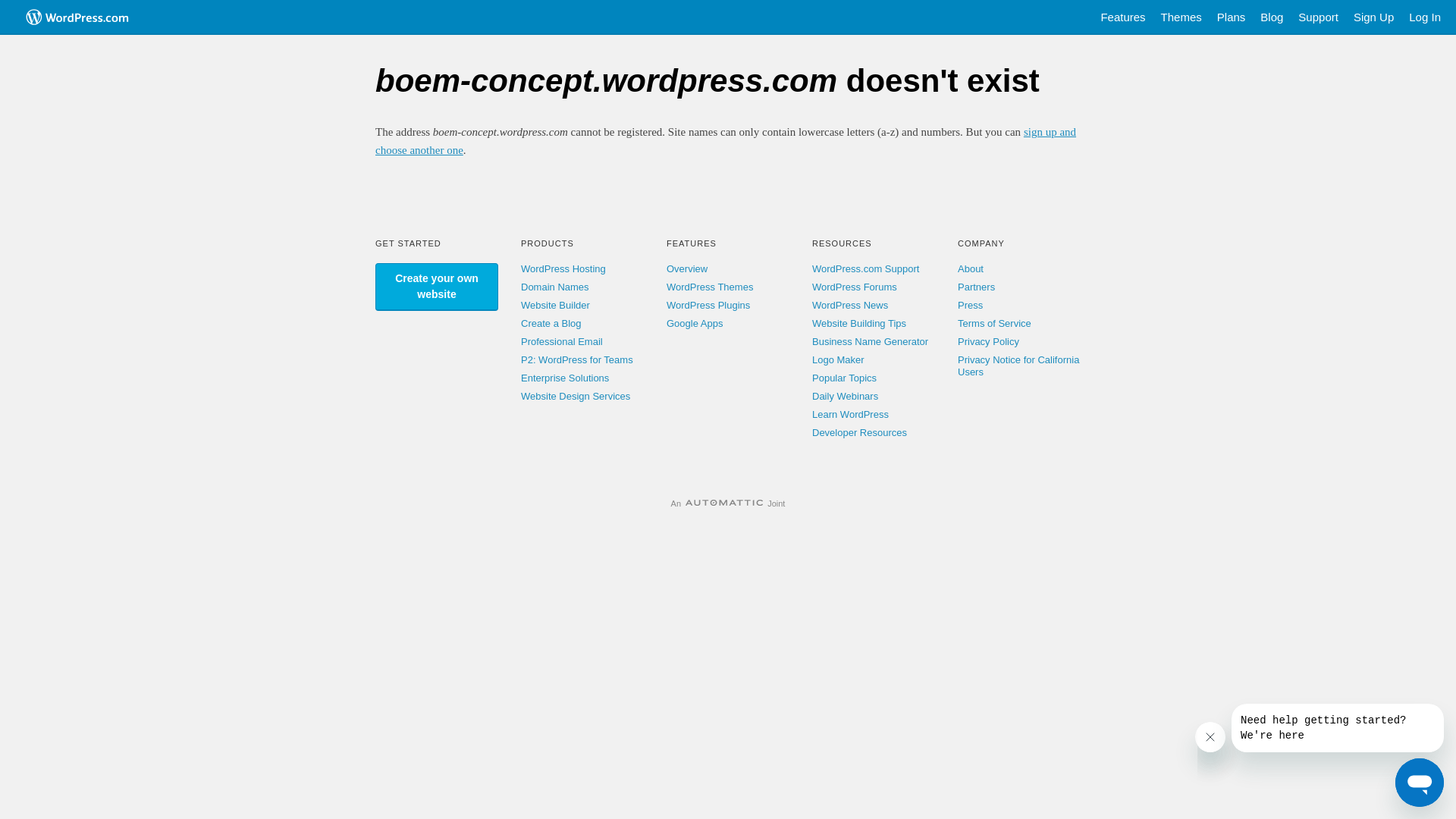 The height and width of the screenshot is (819, 1456). I want to click on 'Button to launch messaging window', so click(1395, 783).